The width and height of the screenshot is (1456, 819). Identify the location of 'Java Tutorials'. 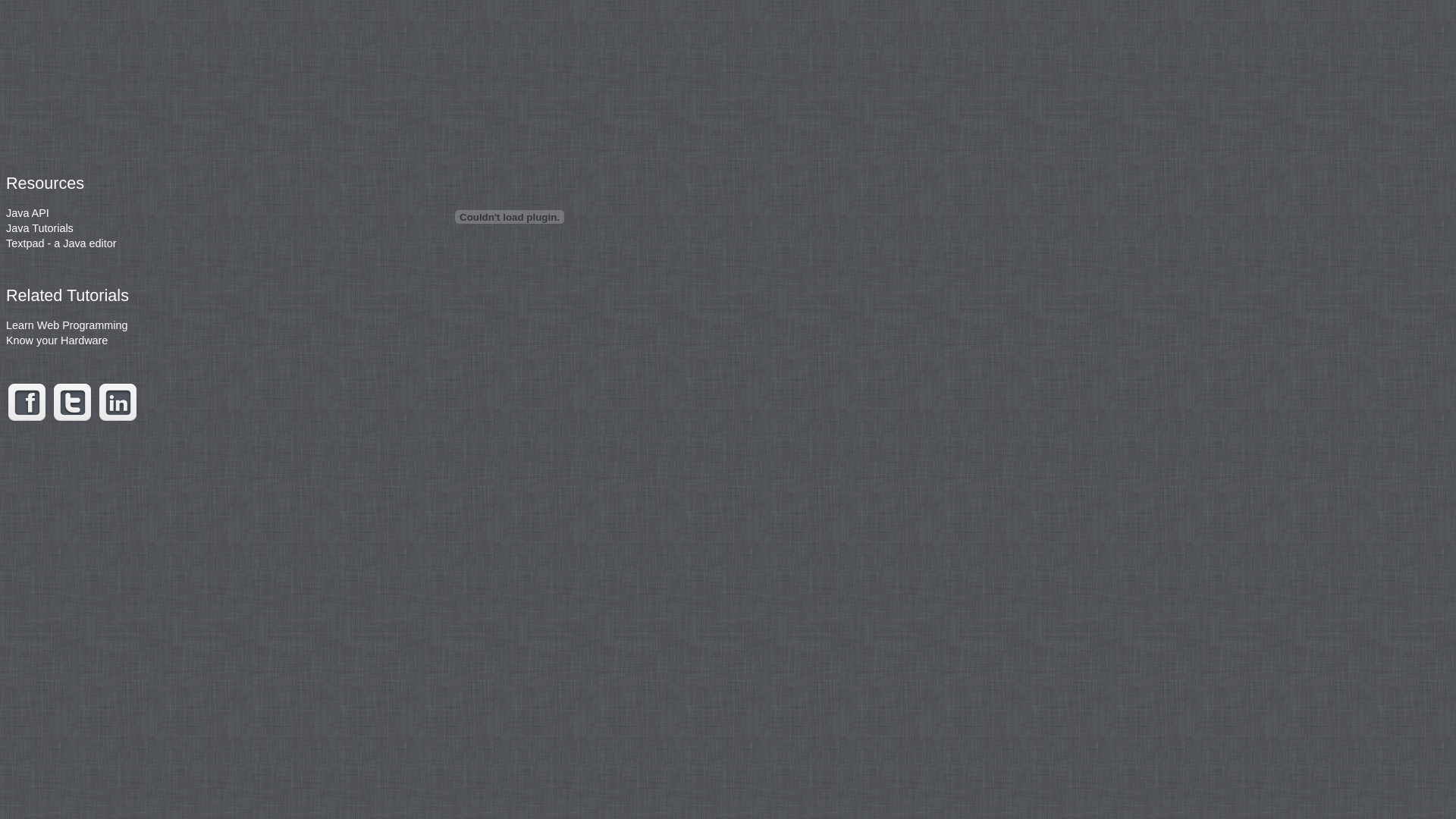
(39, 227).